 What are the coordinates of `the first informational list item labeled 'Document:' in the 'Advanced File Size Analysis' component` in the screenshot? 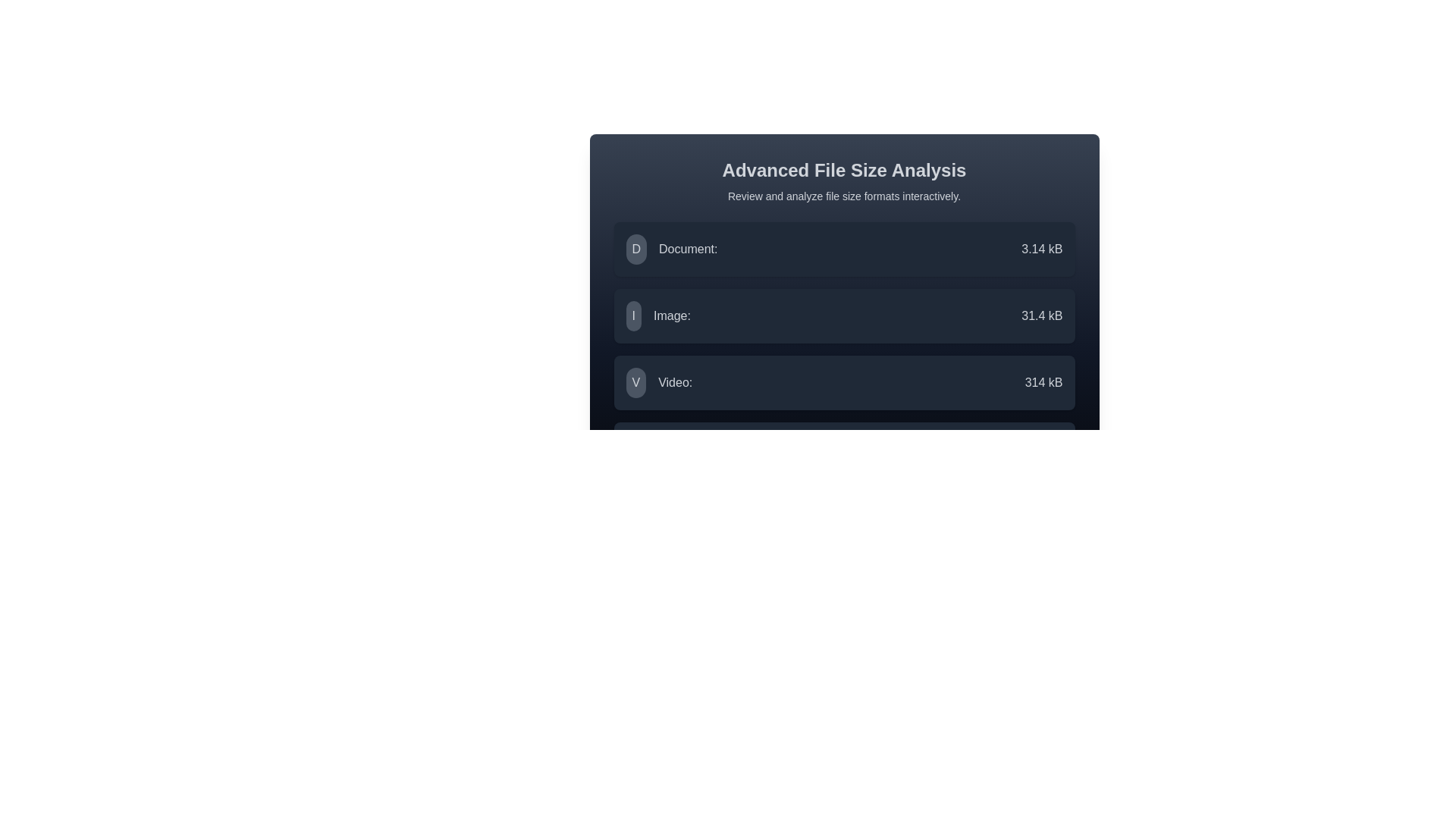 It's located at (843, 248).